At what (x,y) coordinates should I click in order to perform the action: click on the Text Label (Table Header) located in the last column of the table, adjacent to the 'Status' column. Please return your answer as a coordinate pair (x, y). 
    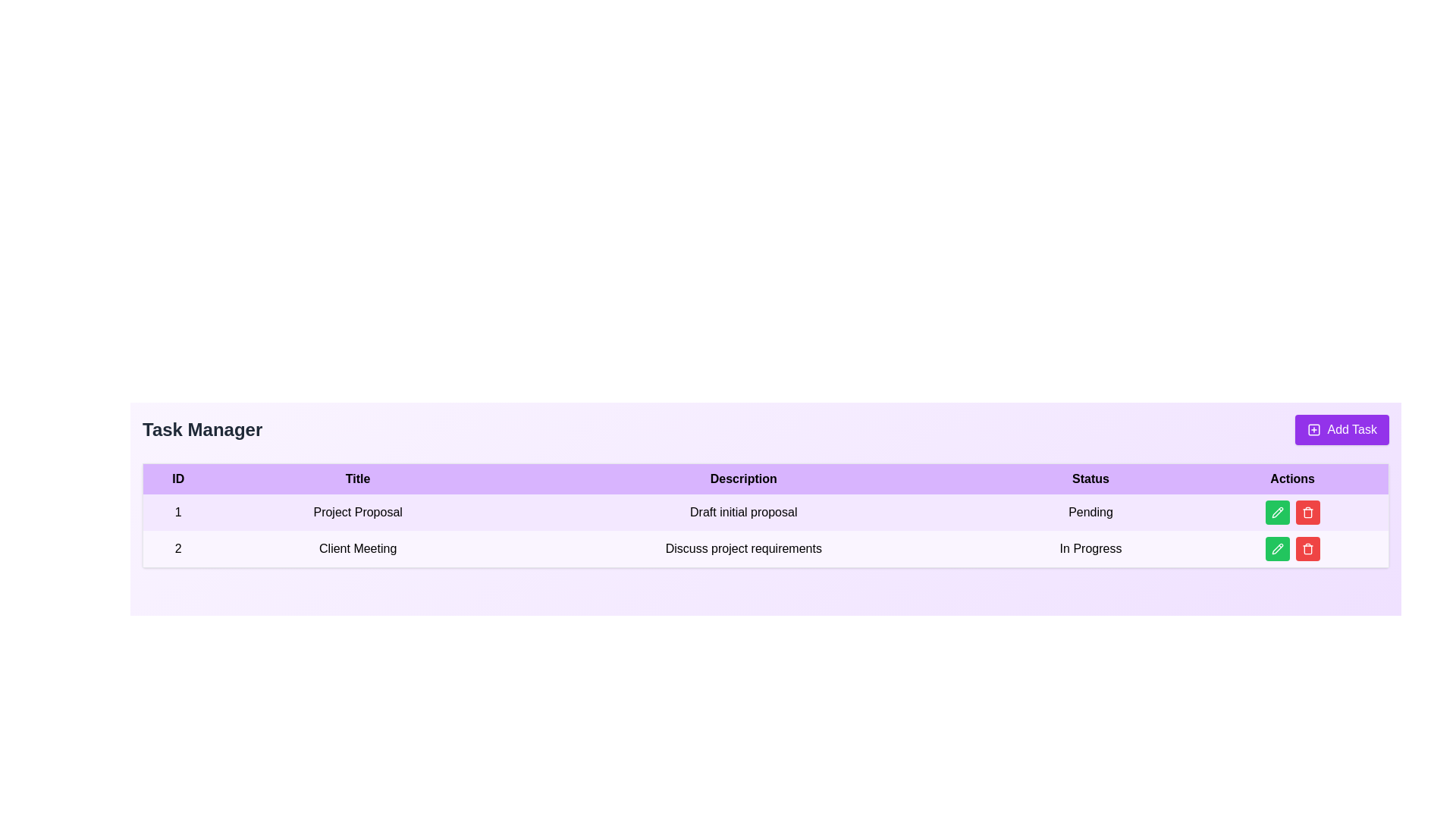
    Looking at the image, I should click on (1291, 479).